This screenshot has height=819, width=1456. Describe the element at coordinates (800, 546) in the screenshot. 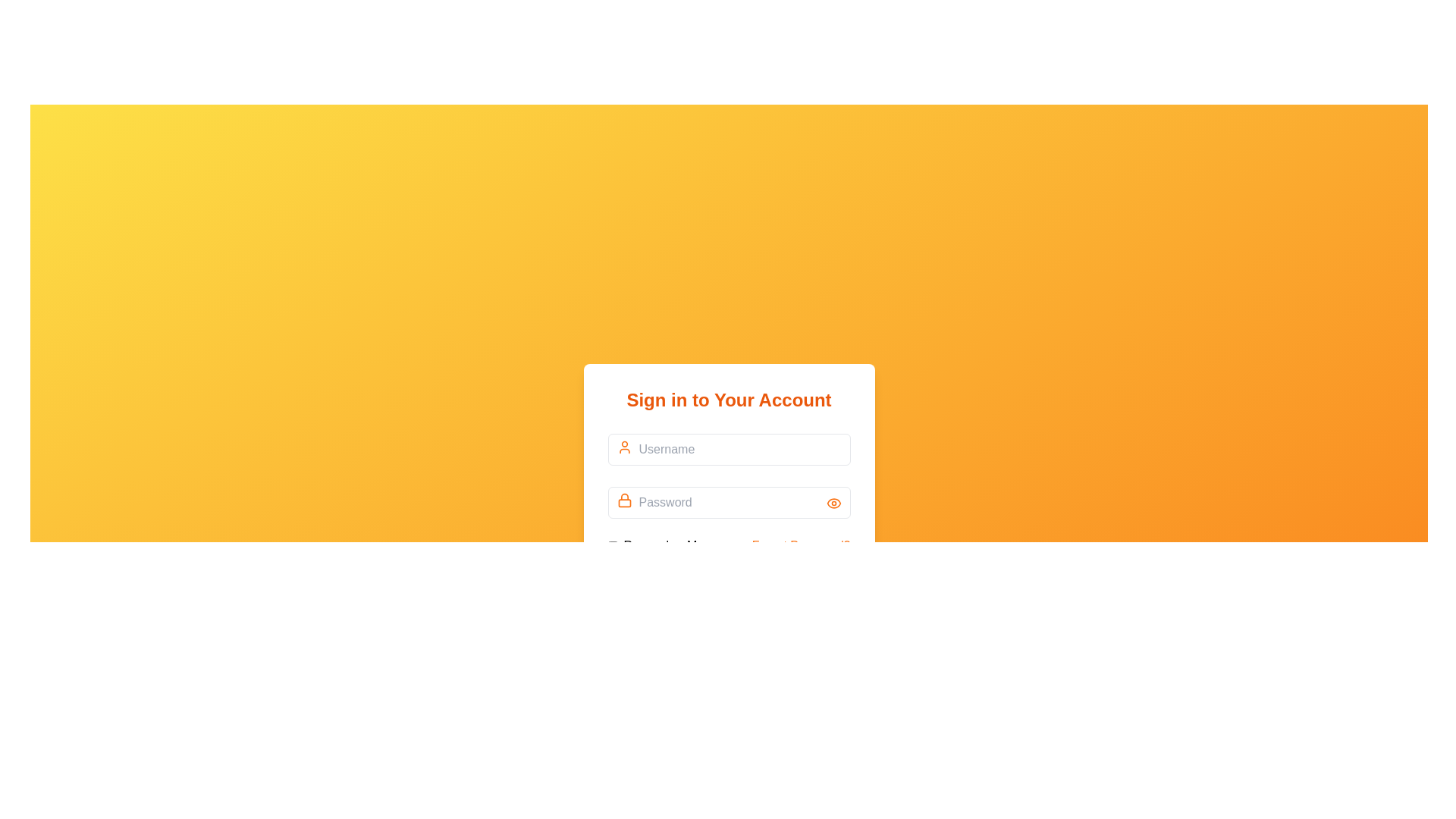

I see `the 'Forgot Password?' hyperlink in the login form for keyboard navigation` at that location.